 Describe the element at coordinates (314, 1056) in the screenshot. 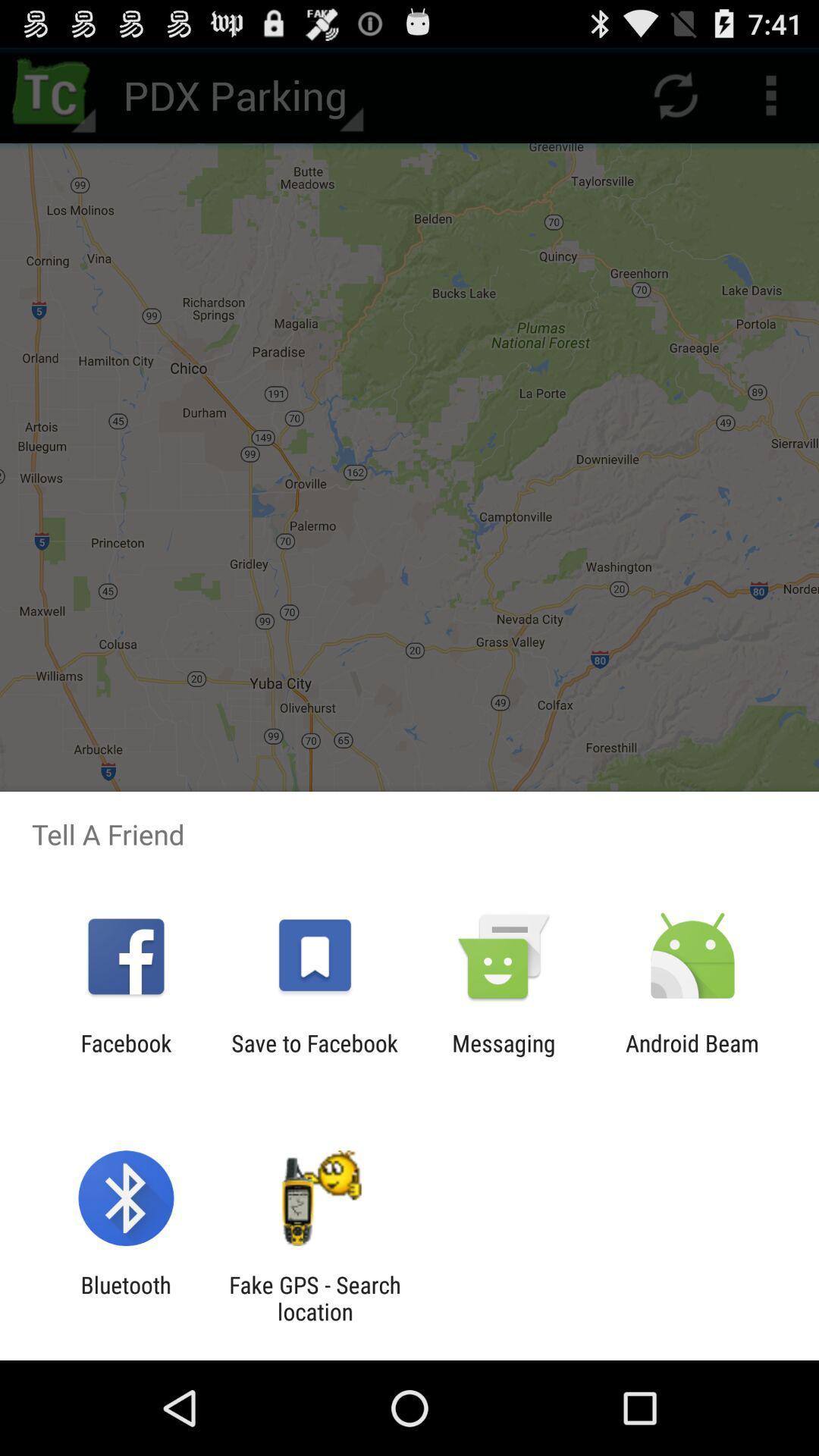

I see `app to the right of the facebook app` at that location.